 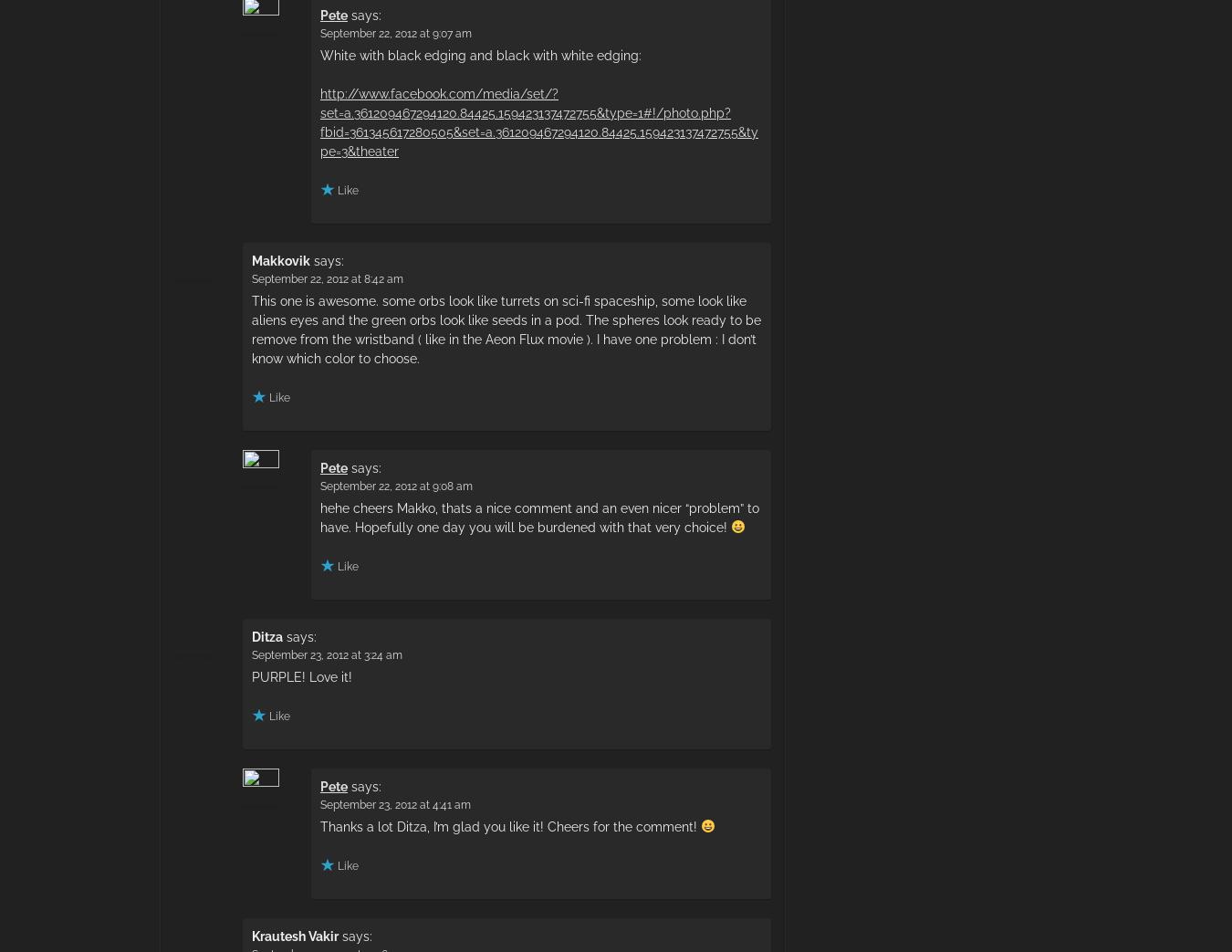 I want to click on 'Thanks a lot Ditza, I’m glad you like it! Cheers for the comment!', so click(x=509, y=825).